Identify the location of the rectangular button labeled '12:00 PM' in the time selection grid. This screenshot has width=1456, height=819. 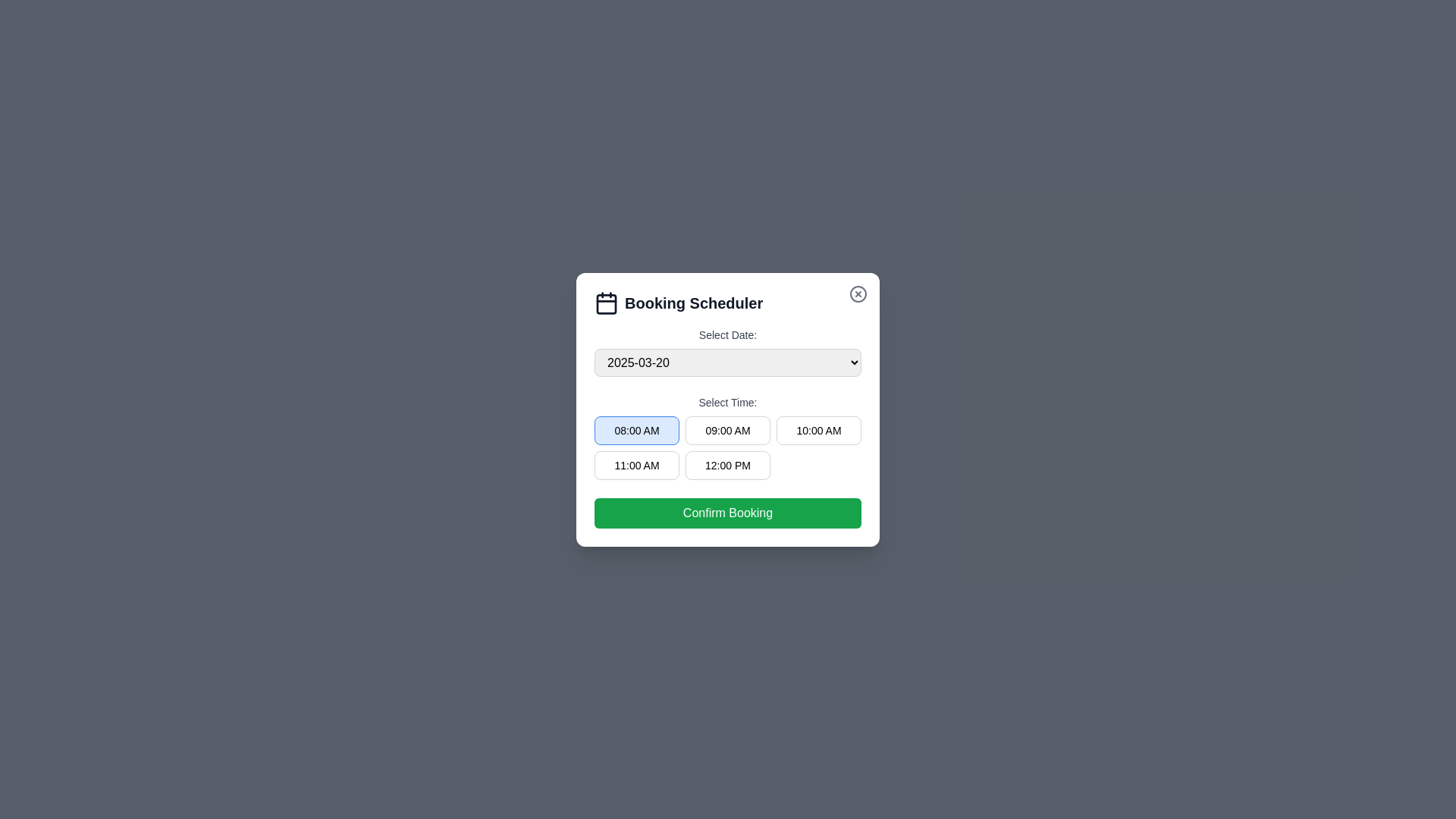
(728, 464).